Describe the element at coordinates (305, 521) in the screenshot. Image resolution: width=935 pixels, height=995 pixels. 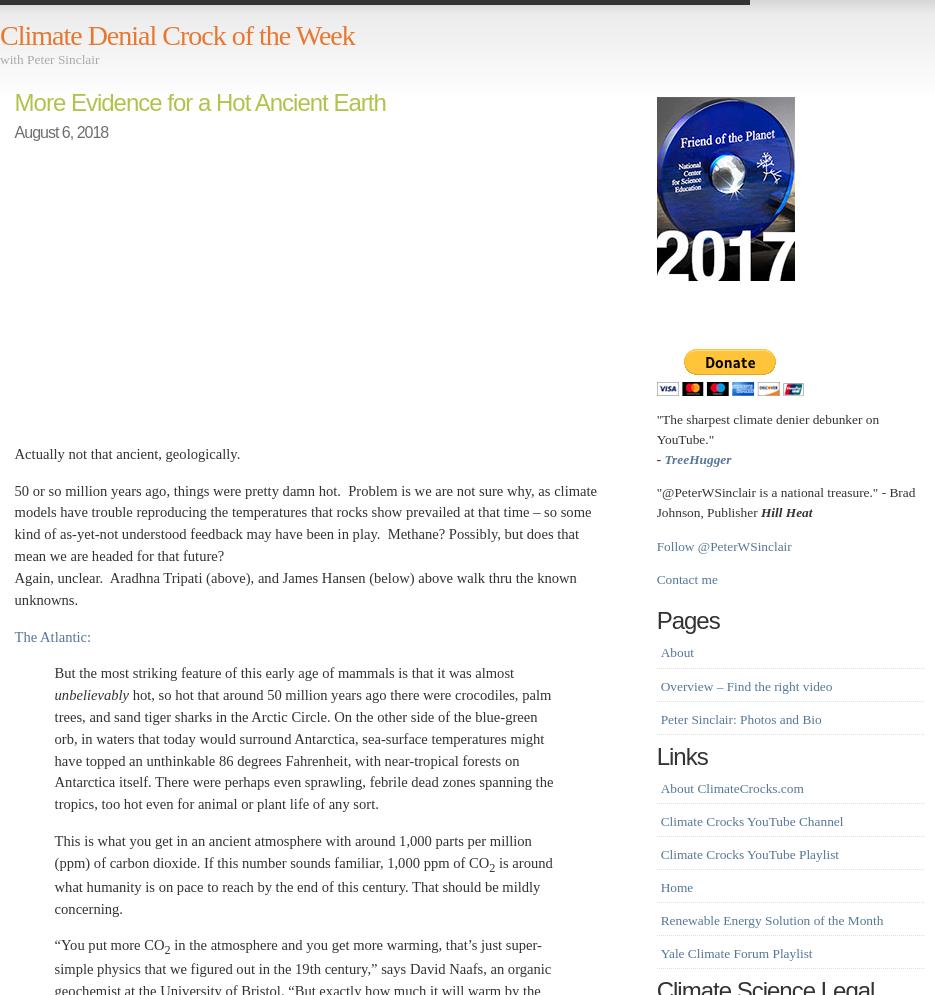
I see `'50 or so million years ago, things were pretty damn hot.  Problem is we are not sure why, as climate models have trouble reproducing the temperatures that rocks show prevailed at that time – so some kind of as-yet-not understood feedback may have been in play.  Methane? Possibly, but does that mean we are headed for that future?'` at that location.